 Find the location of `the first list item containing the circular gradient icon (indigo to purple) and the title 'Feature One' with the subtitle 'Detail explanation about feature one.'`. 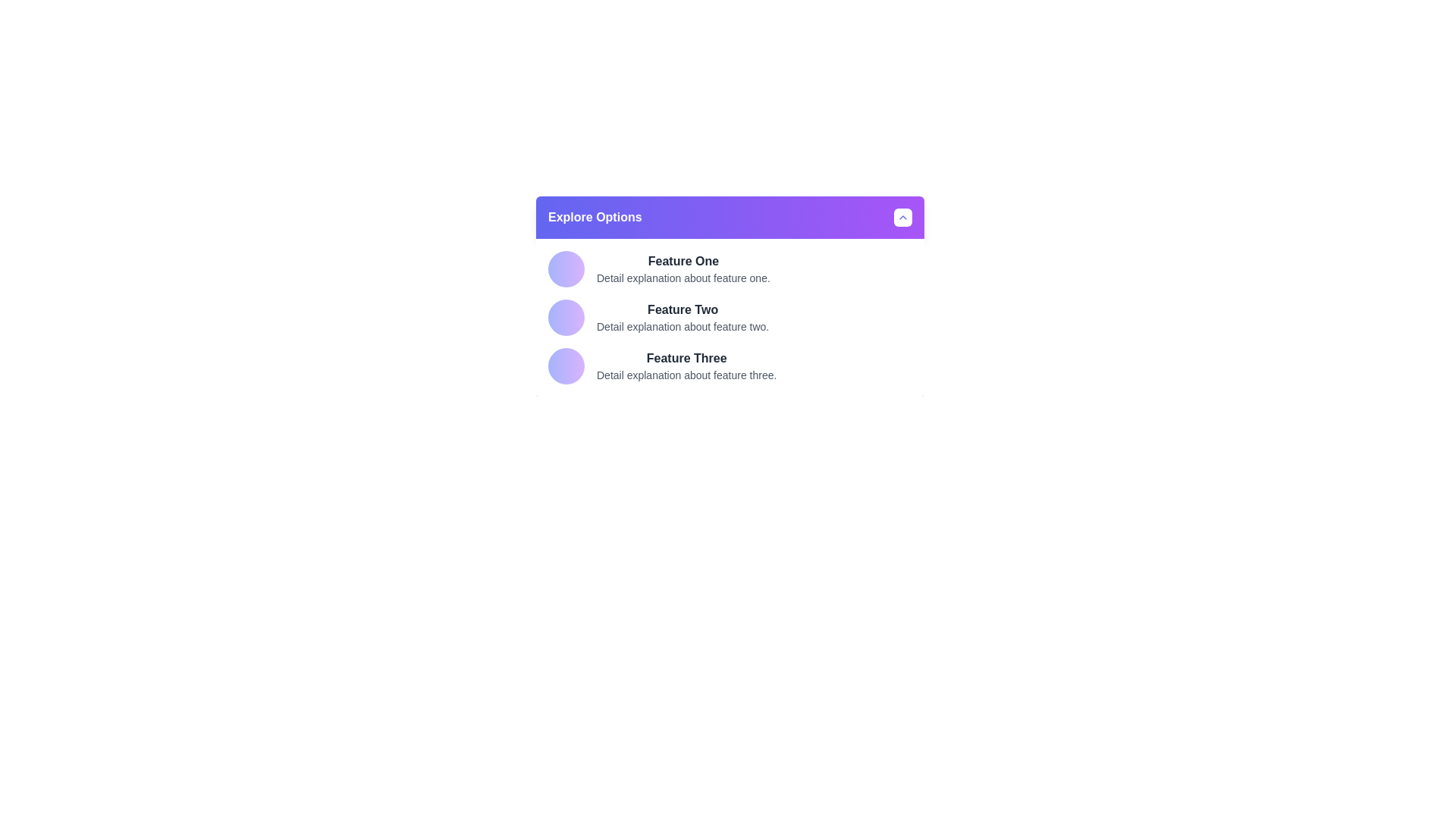

the first list item containing the circular gradient icon (indigo to purple) and the title 'Feature One' with the subtitle 'Detail explanation about feature one.' is located at coordinates (730, 268).